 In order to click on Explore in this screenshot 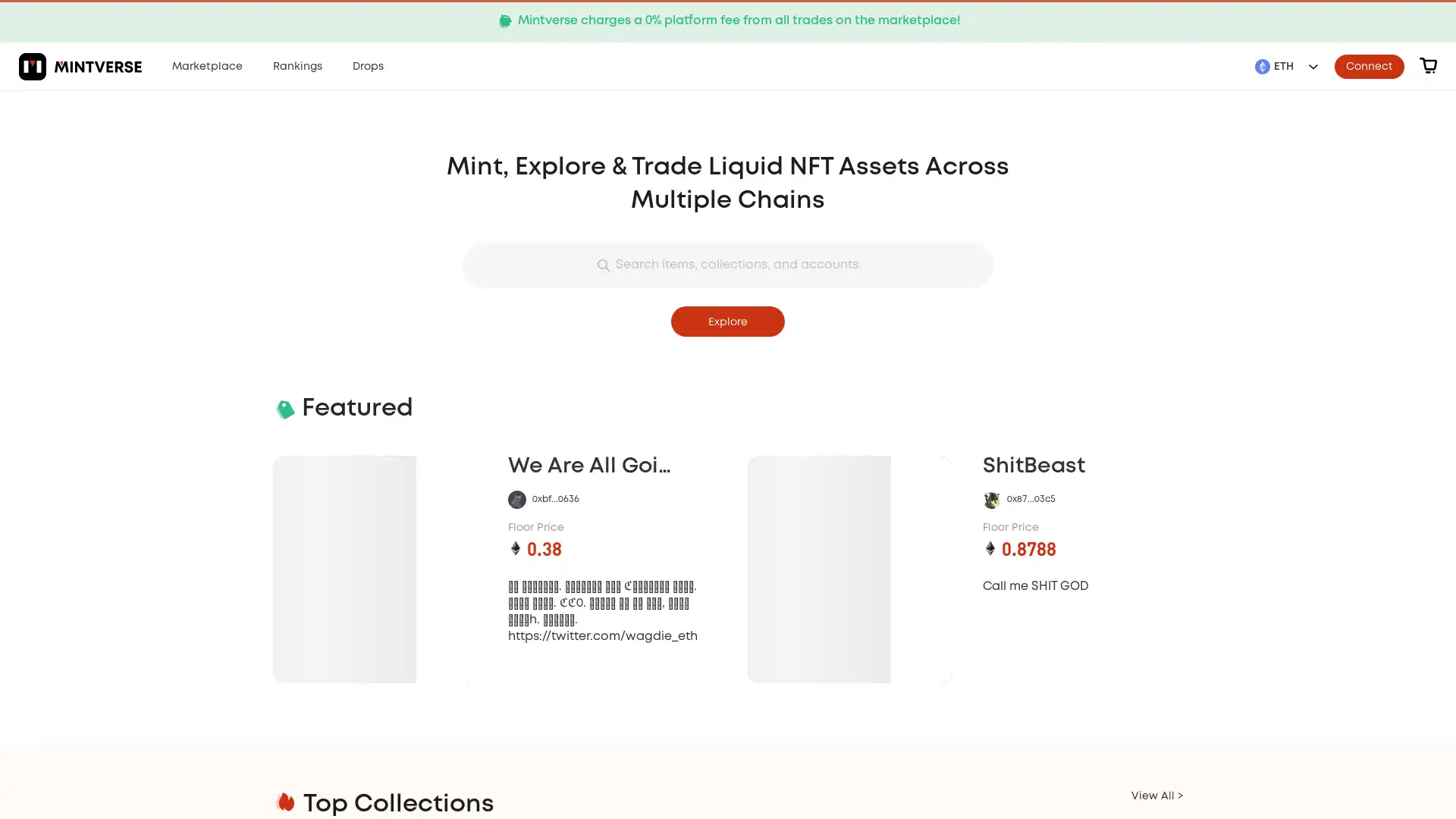, I will do `click(728, 321)`.